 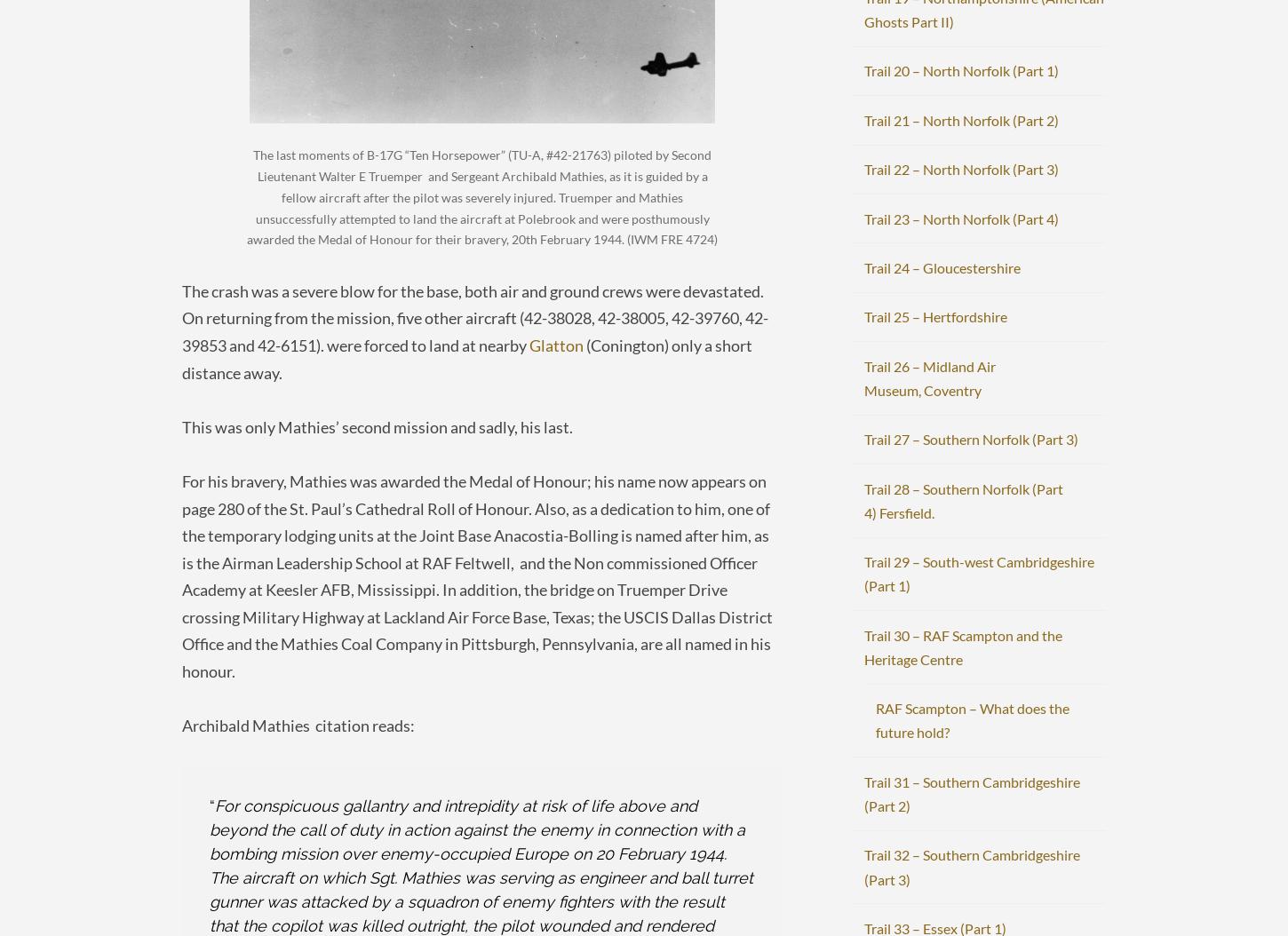 I want to click on 'Glatton', so click(x=555, y=343).